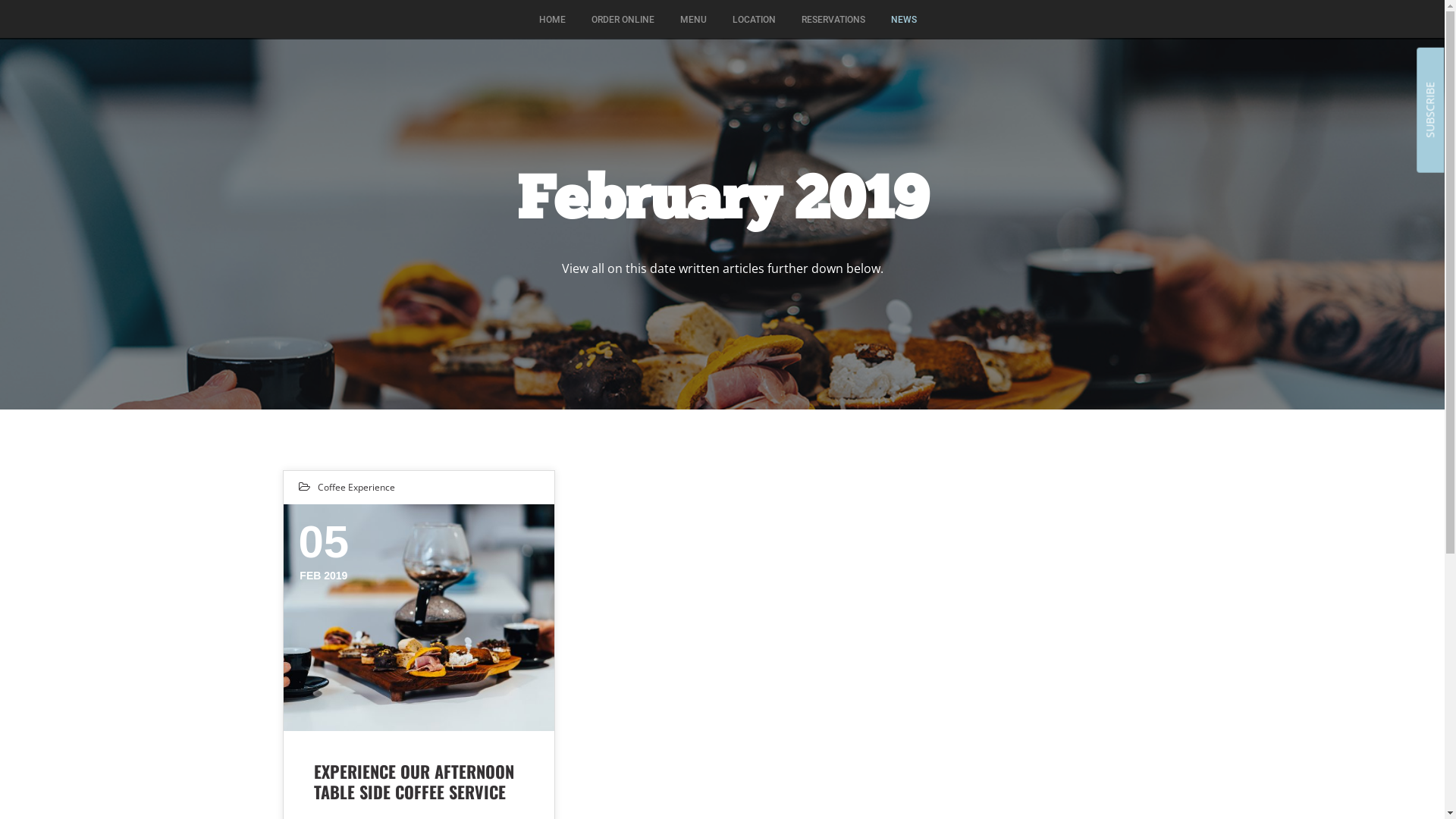 This screenshot has height=819, width=1456. Describe the element at coordinates (623, 20) in the screenshot. I see `'ORDER ONLINE'` at that location.